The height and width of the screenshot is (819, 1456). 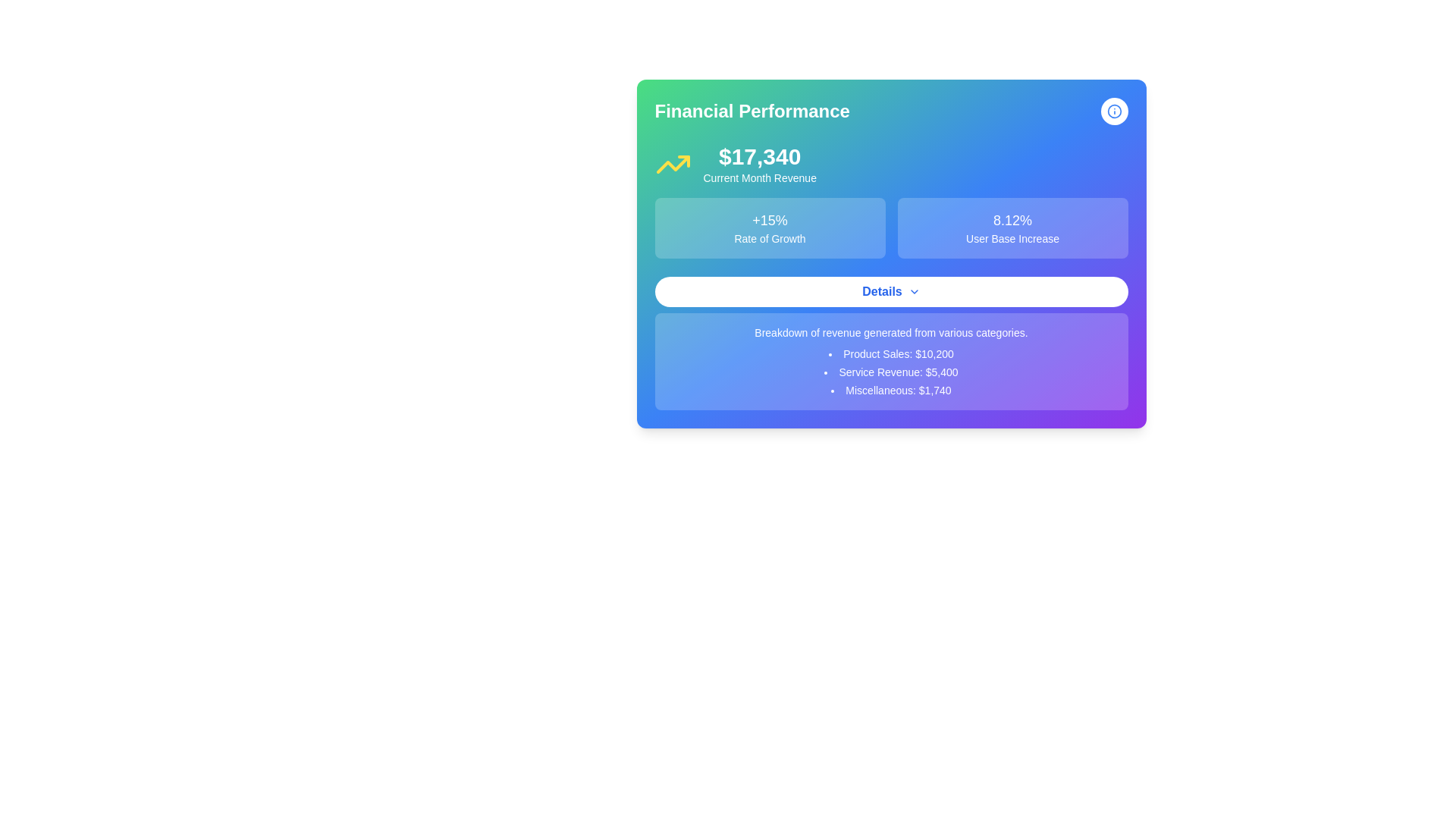 I want to click on the static text element displaying the percentage statistic '15%', which is styled as a header and located in the top center of the interface within a rectangular card, so click(x=770, y=220).